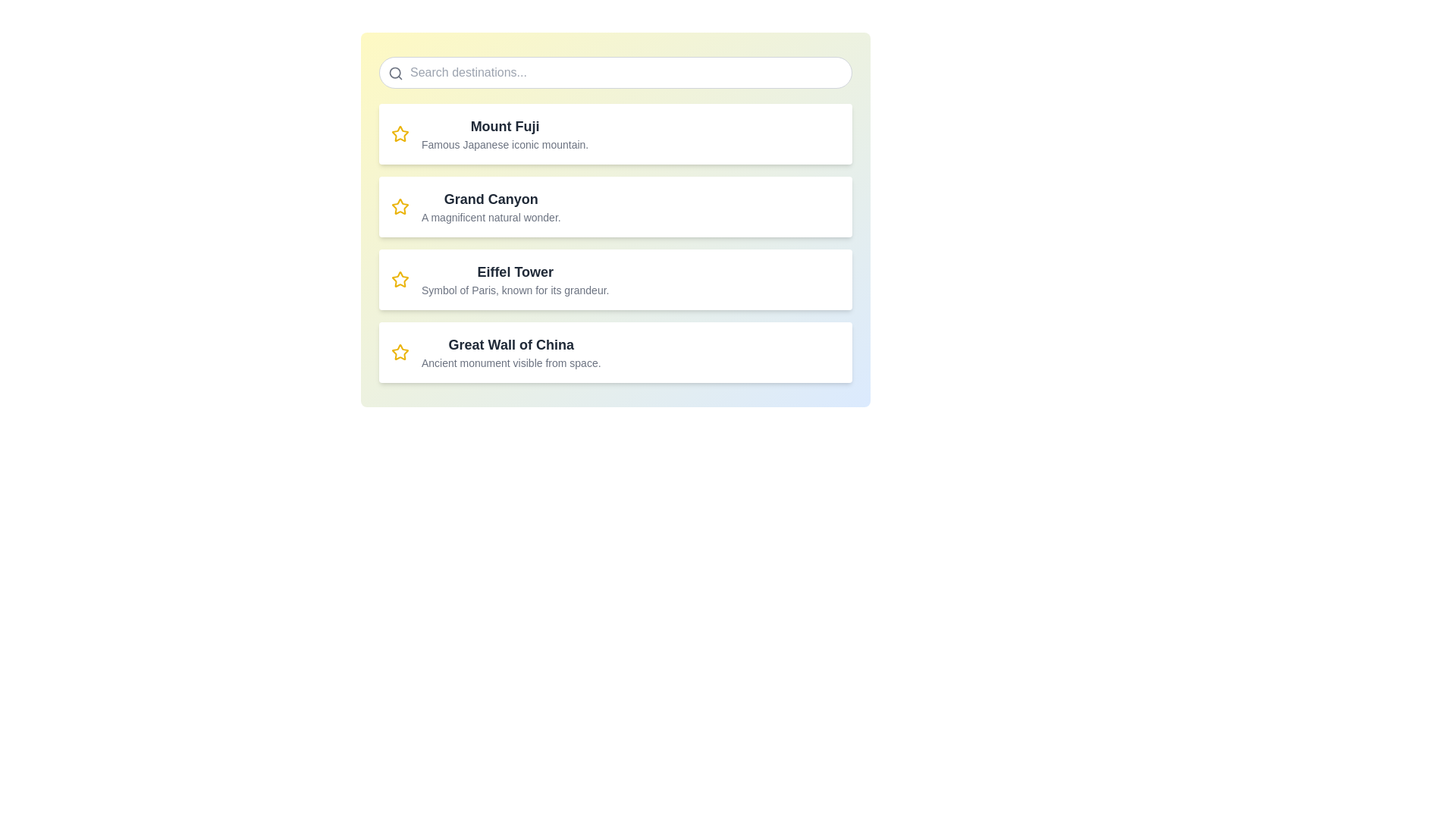  I want to click on the star icon located to the left of the title text for 'Grand Canyon', which serves as an interactive component for indicating a favorite item, so click(400, 207).